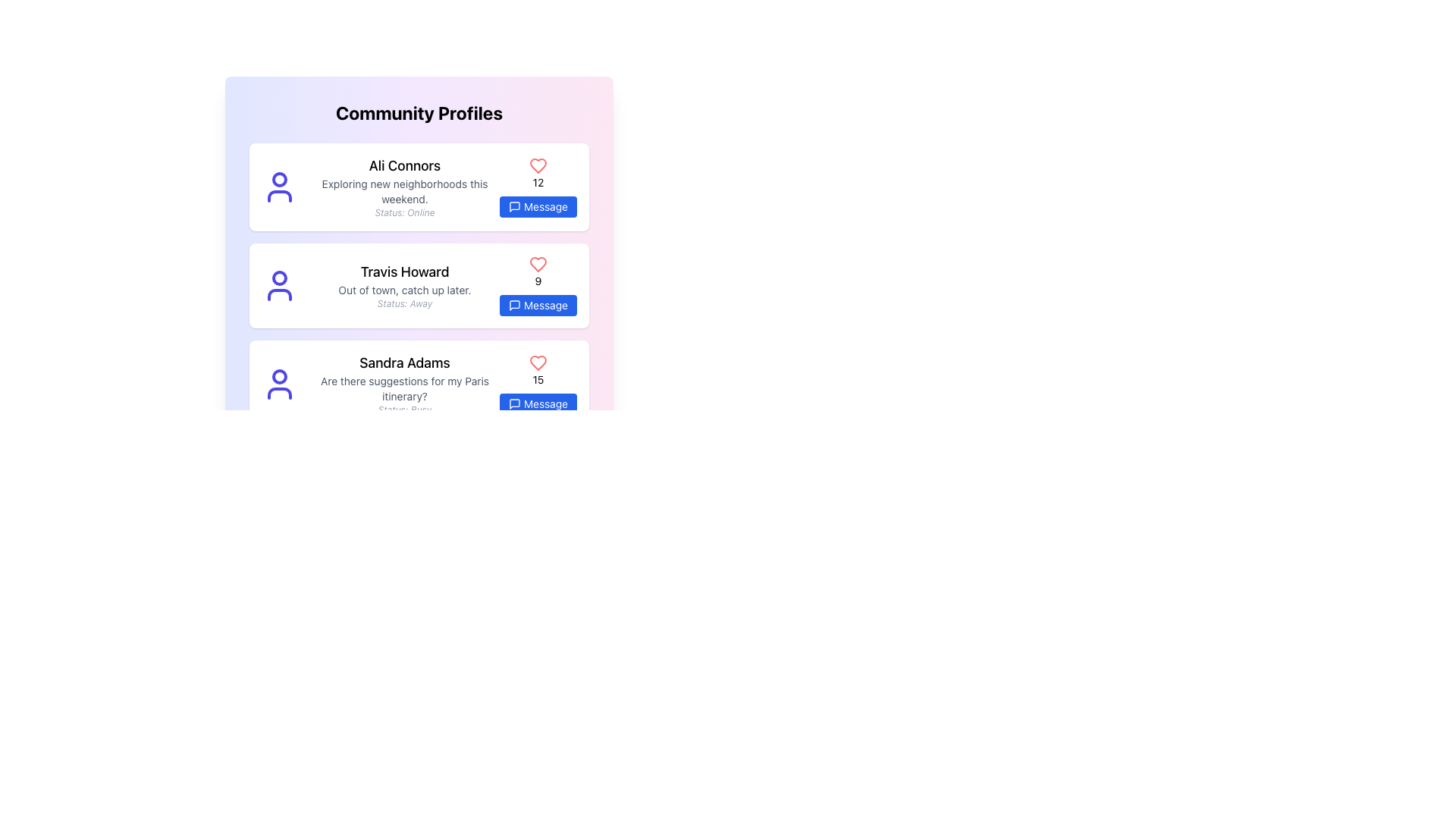  What do you see at coordinates (404, 271) in the screenshot?
I see `text component displaying the name 'Travis Howard' which is centrally located in the second card of the 'Community Profiles' section` at bounding box center [404, 271].